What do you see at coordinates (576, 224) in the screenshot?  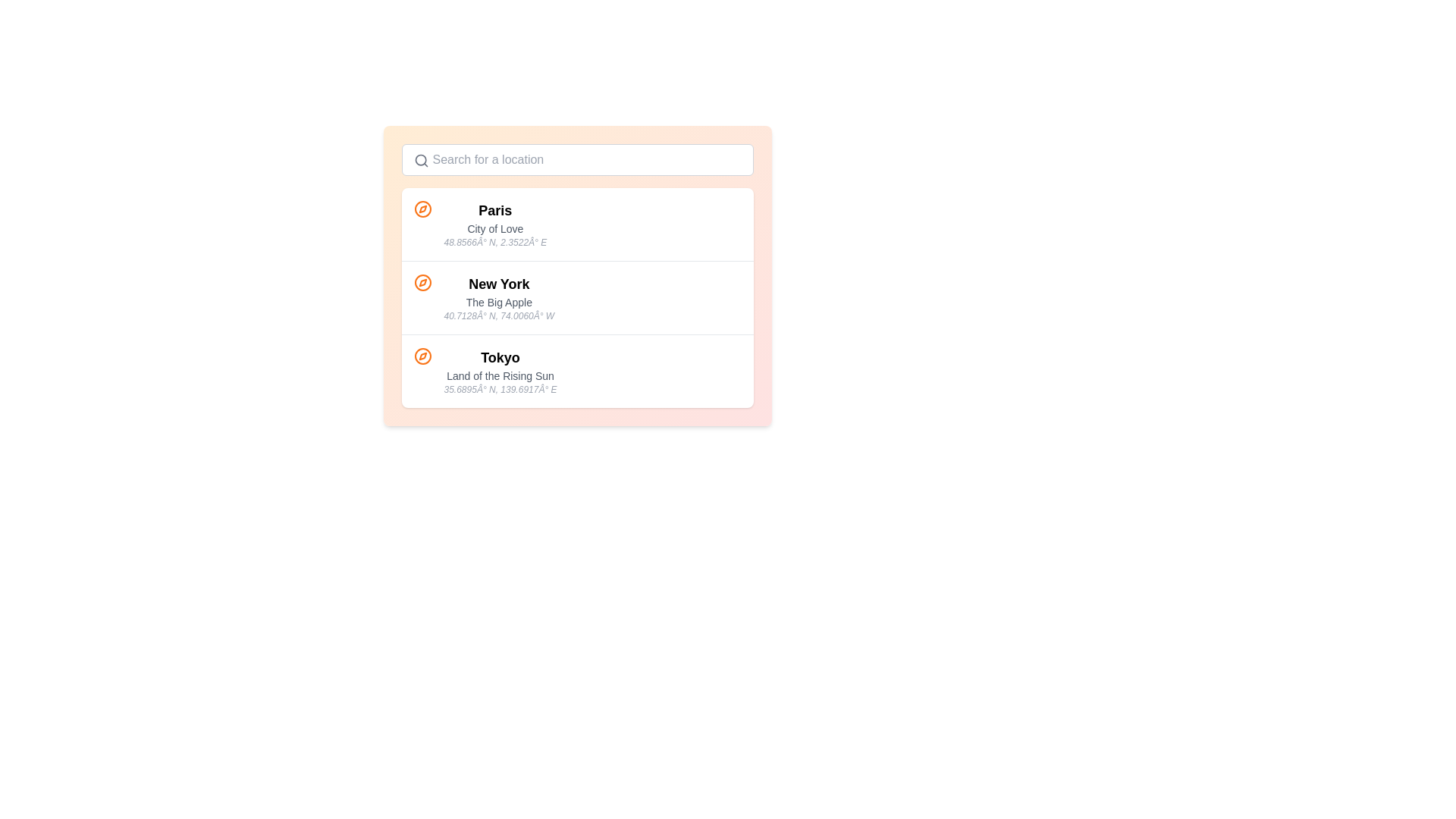 I see `the first list item displaying information about Paris` at bounding box center [576, 224].